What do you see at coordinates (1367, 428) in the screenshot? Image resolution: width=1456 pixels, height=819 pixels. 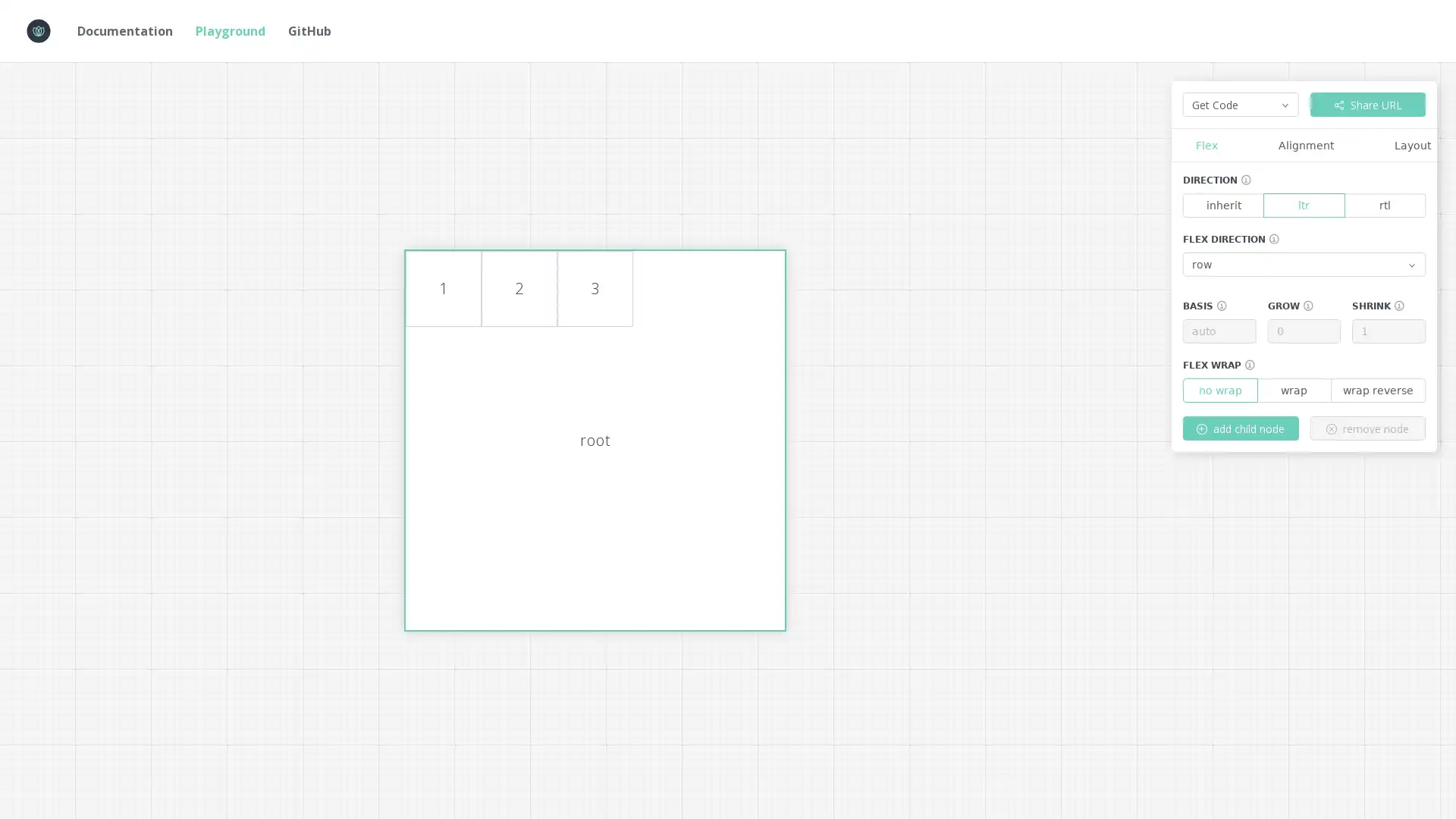 I see `remove node` at bounding box center [1367, 428].